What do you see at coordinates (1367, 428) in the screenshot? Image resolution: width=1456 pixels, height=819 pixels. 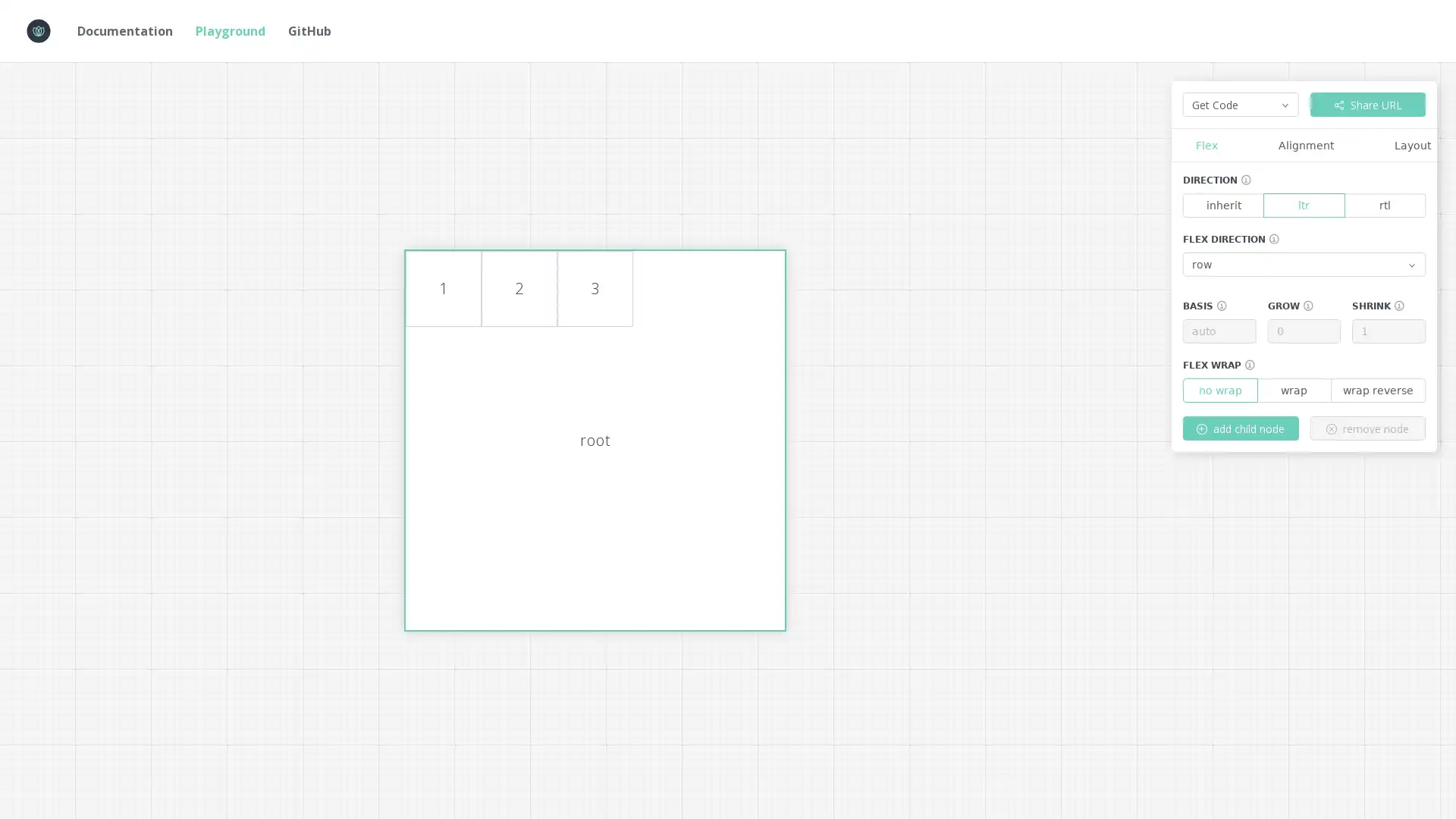 I see `remove node` at bounding box center [1367, 428].